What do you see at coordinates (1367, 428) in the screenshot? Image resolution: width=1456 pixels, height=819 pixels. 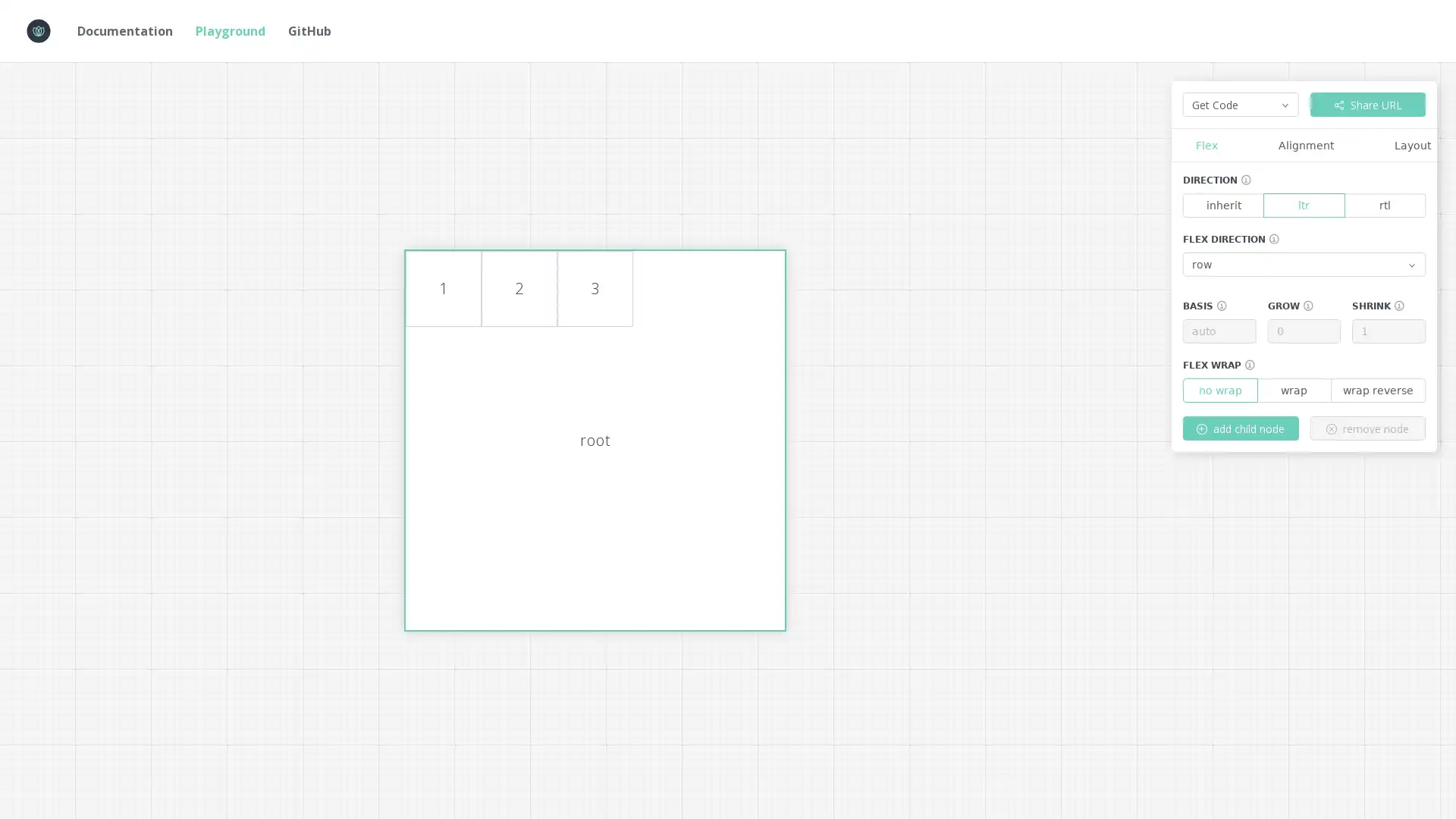 I see `remove node` at bounding box center [1367, 428].